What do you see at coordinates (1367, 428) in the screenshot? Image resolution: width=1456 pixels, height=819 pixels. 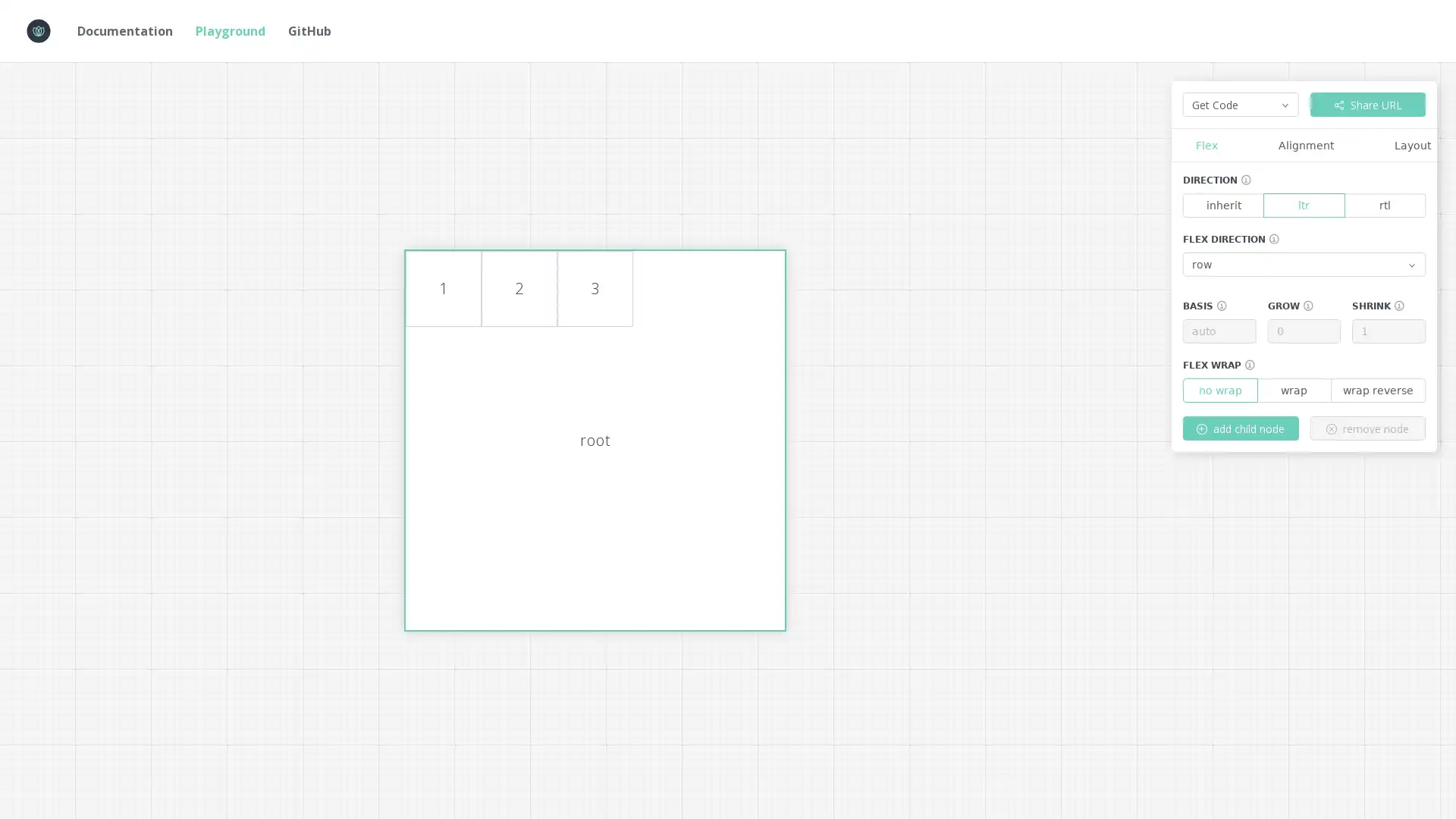 I see `remove node` at bounding box center [1367, 428].